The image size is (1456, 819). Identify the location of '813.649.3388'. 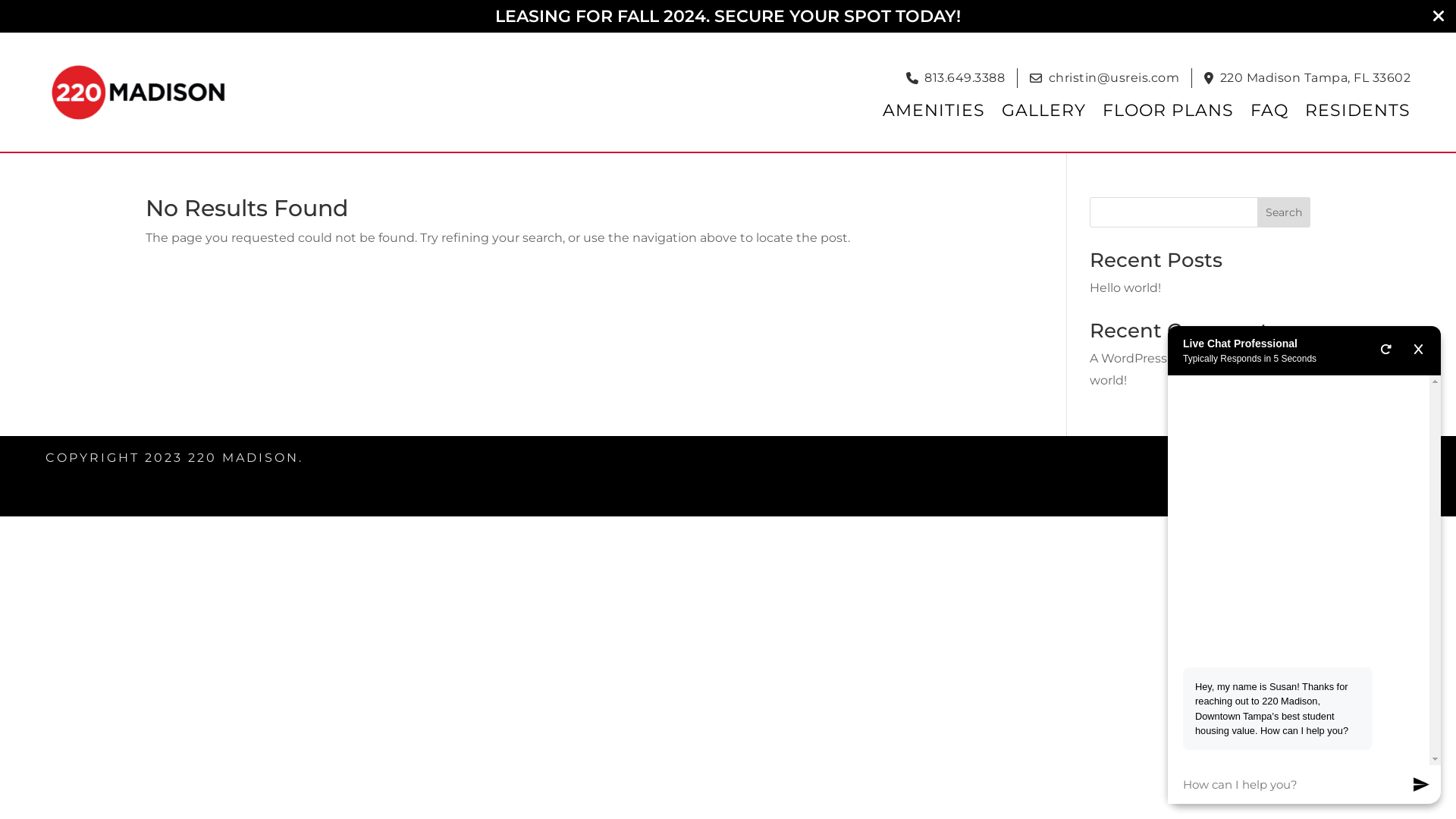
(964, 78).